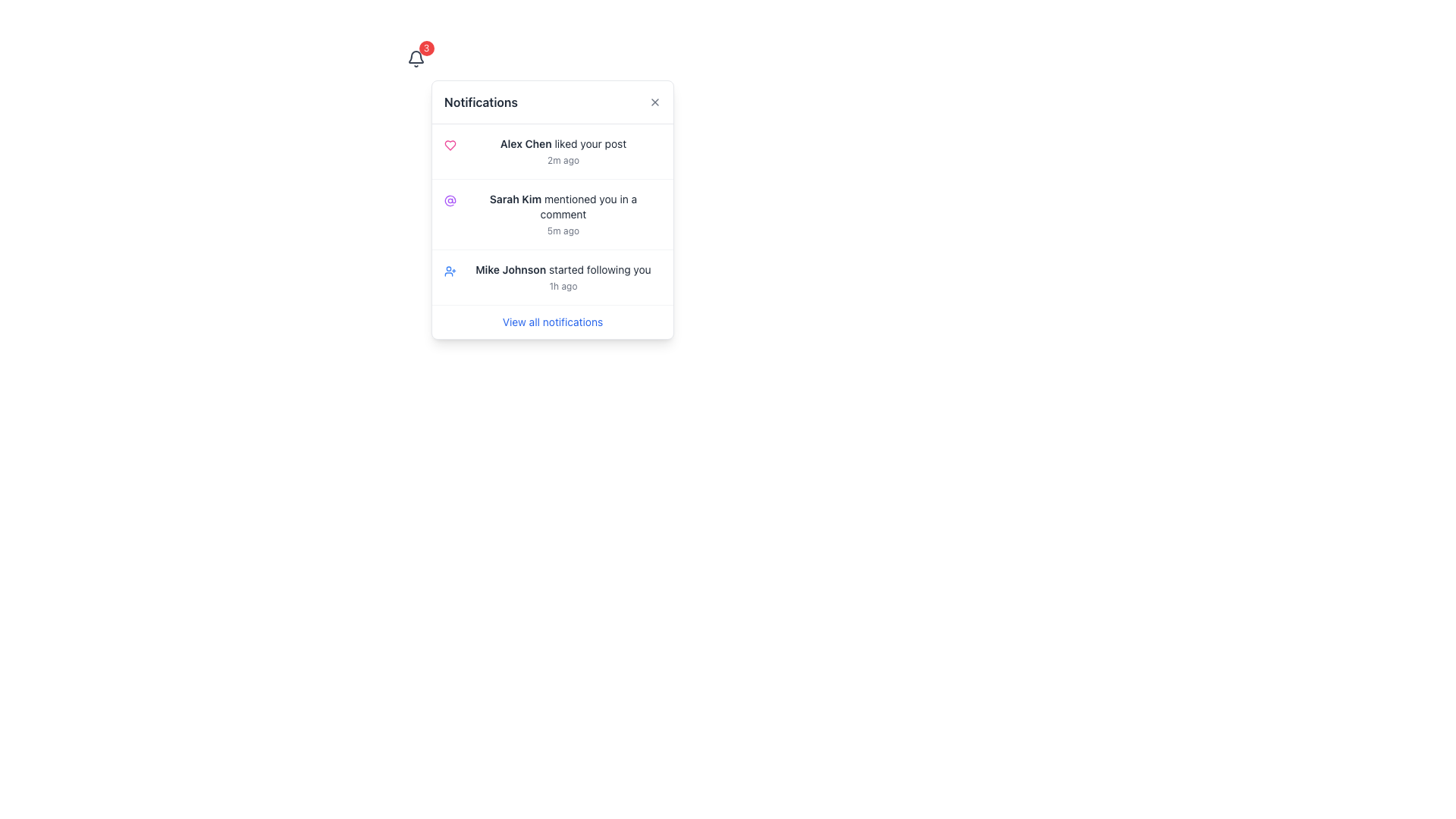 The image size is (1456, 819). I want to click on static text label indicating the time elapsed since the action occurred, which is positioned below the notification 'Alex Chen liked your post', so click(563, 161).